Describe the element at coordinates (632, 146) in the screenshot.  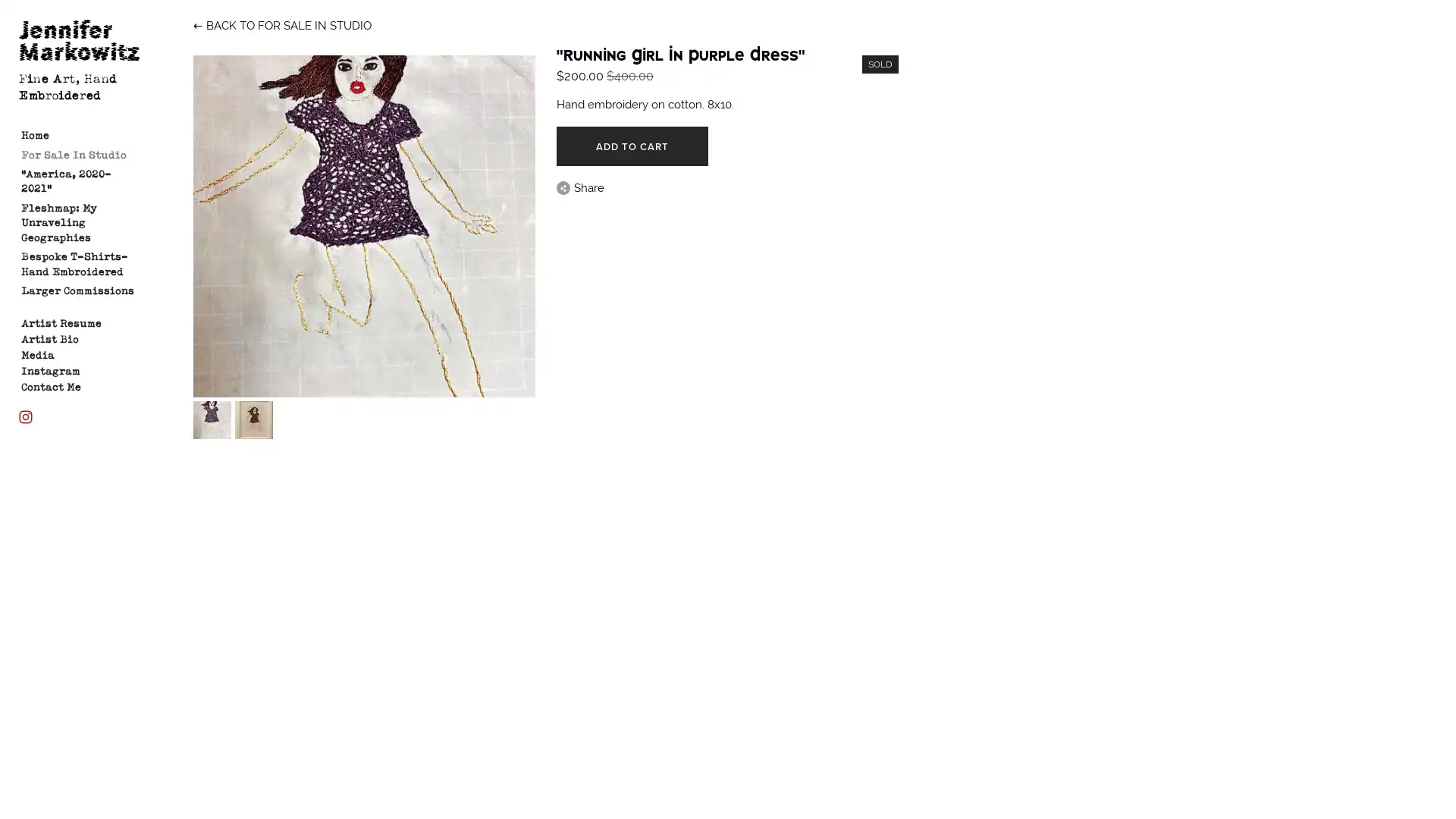
I see `ADD TO CART` at that location.